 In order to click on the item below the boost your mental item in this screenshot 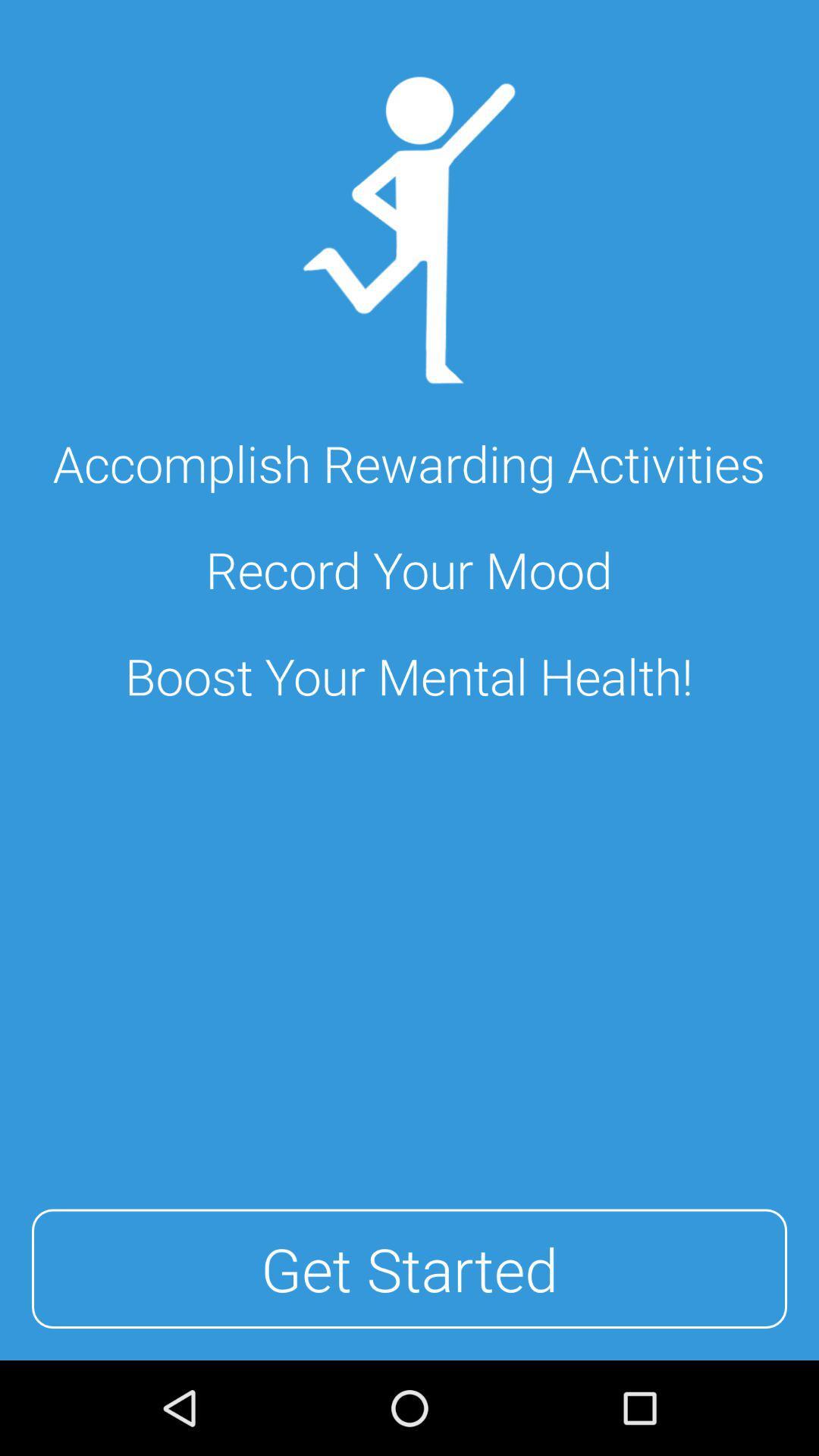, I will do `click(409, 1269)`.